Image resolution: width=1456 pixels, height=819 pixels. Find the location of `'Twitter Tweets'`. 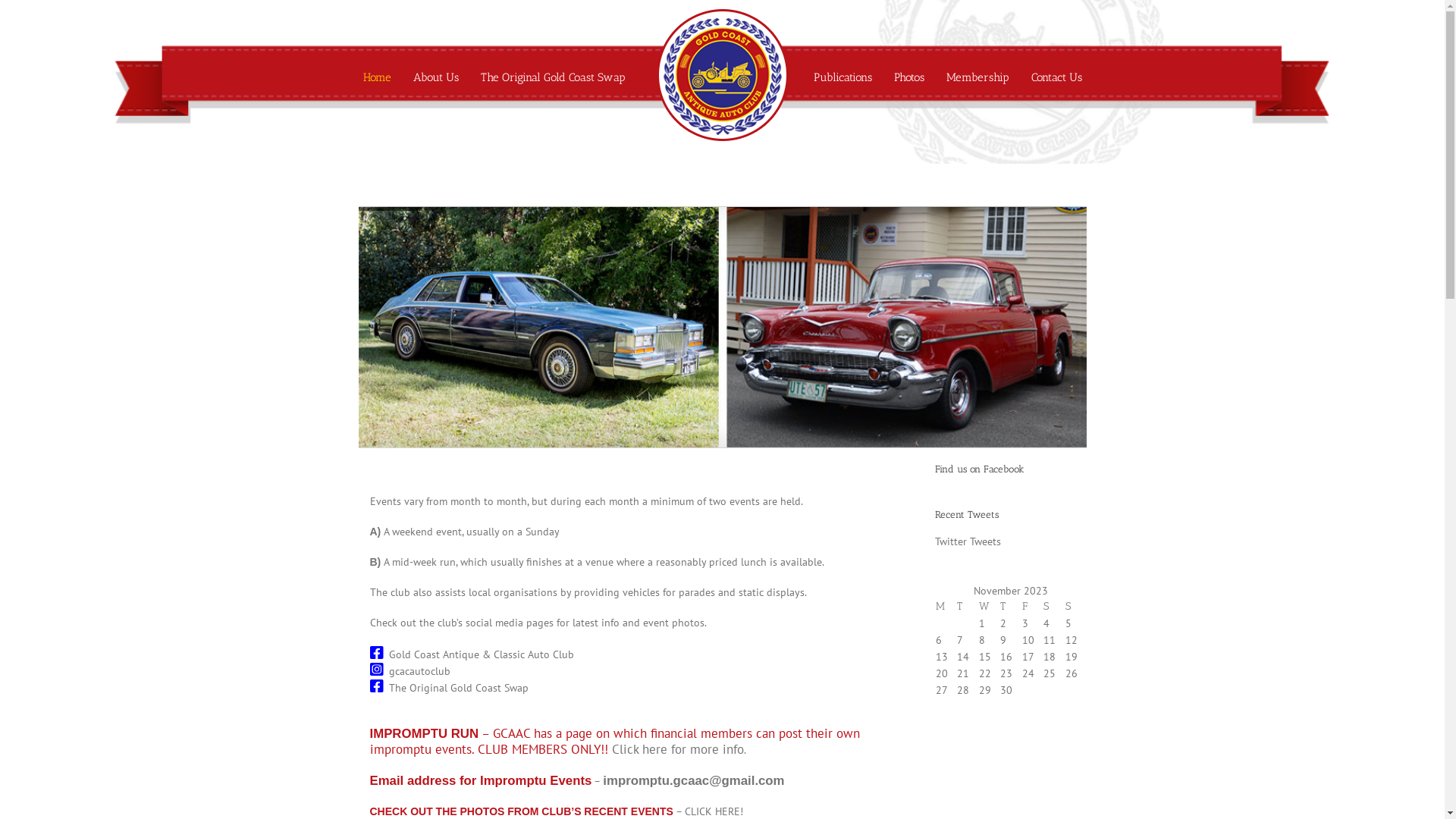

'Twitter Tweets' is located at coordinates (966, 540).